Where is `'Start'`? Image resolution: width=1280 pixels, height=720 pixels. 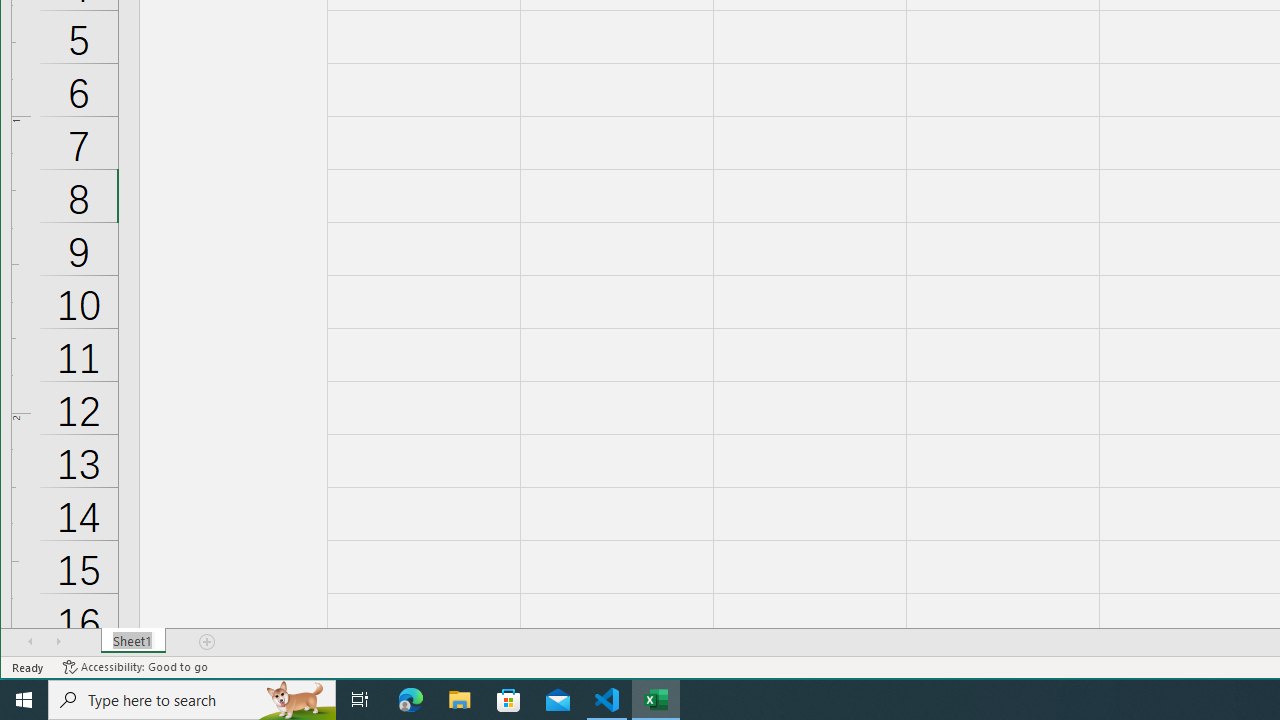 'Start' is located at coordinates (24, 698).